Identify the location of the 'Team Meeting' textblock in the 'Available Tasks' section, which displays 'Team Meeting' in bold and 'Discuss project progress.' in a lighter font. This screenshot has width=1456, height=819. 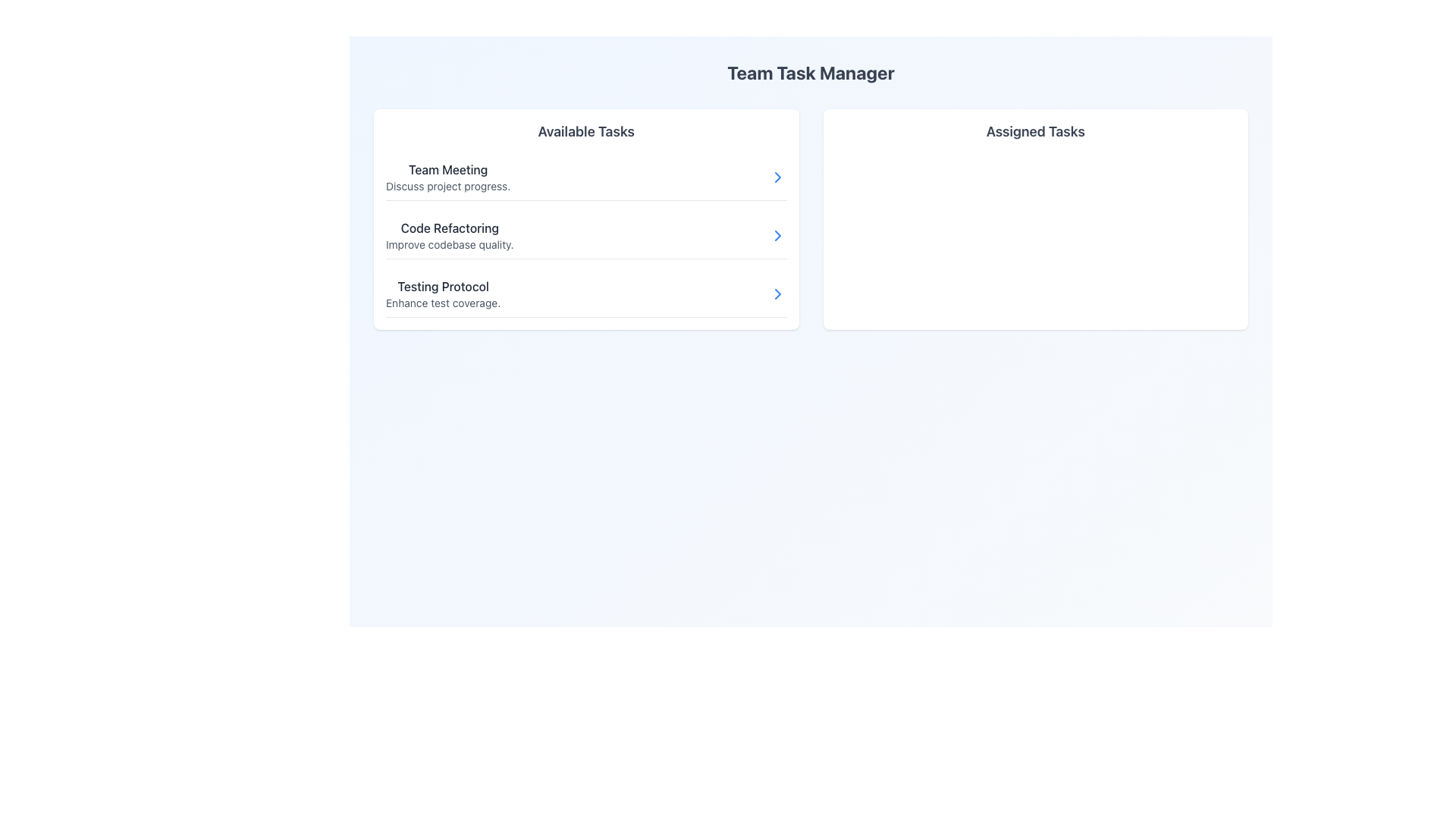
(447, 177).